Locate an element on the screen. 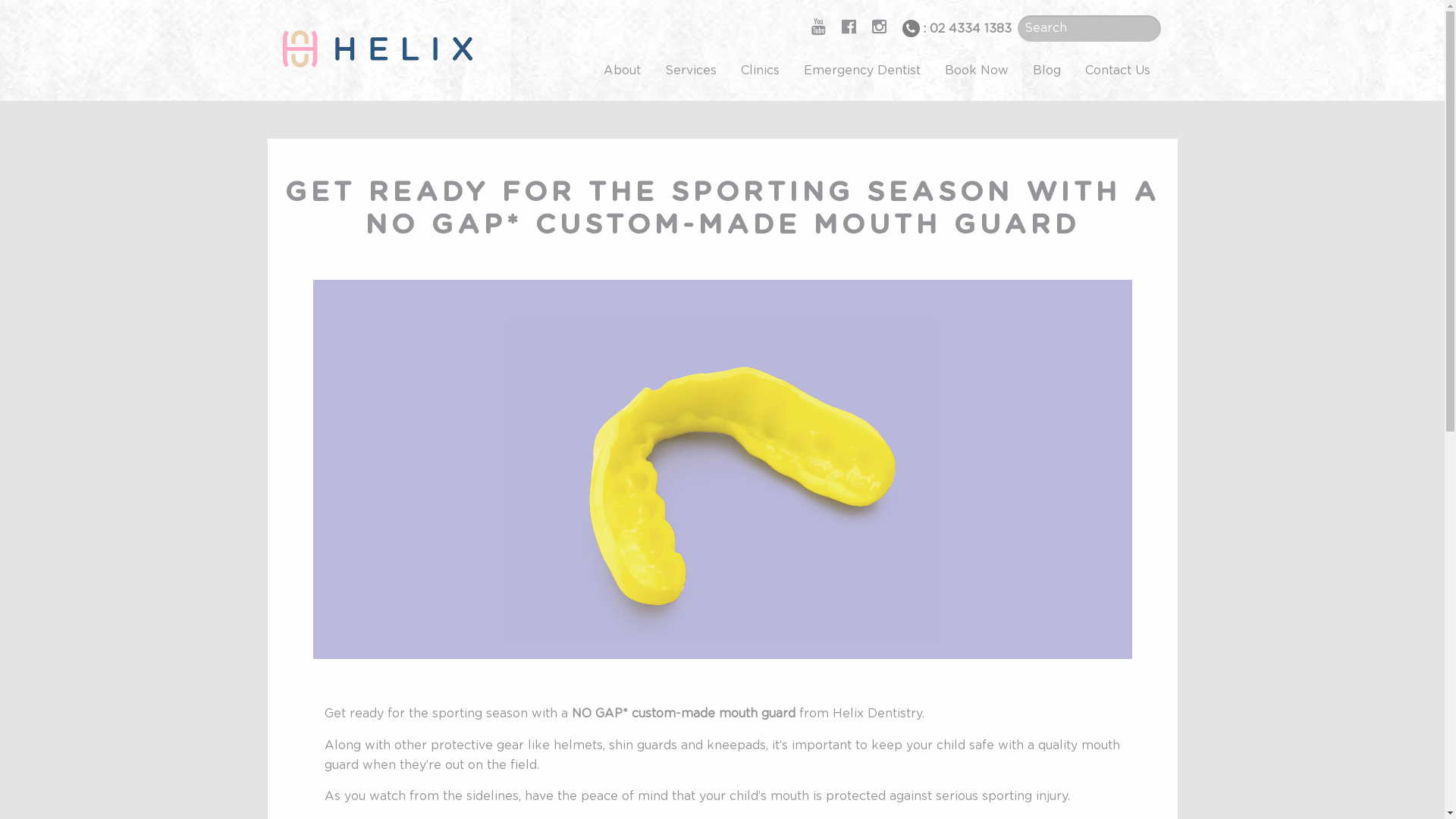 Image resolution: width=1456 pixels, height=819 pixels. 'Search' is located at coordinates (33, 12).